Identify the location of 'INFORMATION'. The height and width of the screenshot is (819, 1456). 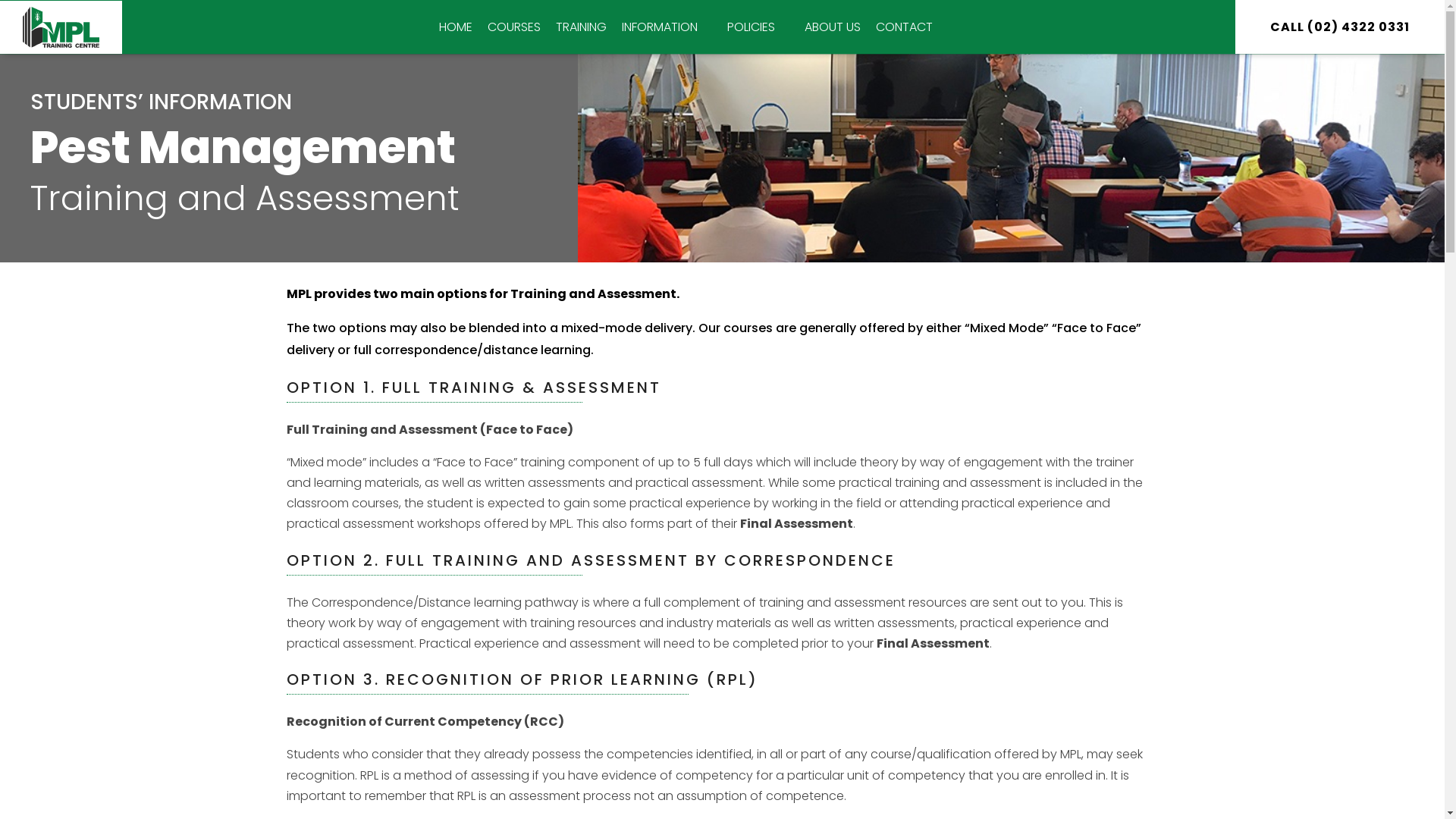
(614, 27).